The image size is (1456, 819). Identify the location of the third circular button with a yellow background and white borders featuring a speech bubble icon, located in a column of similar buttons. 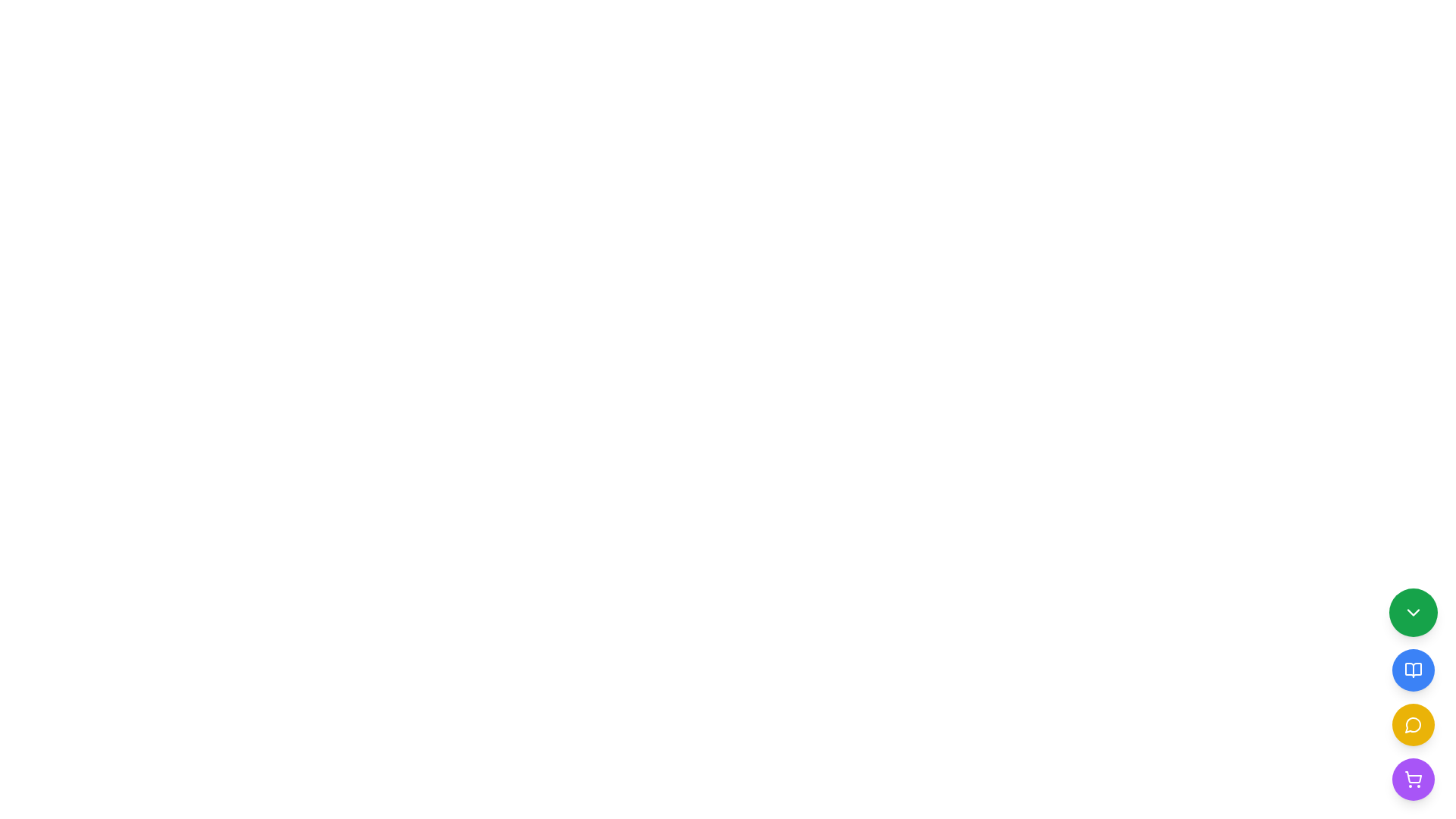
(1412, 724).